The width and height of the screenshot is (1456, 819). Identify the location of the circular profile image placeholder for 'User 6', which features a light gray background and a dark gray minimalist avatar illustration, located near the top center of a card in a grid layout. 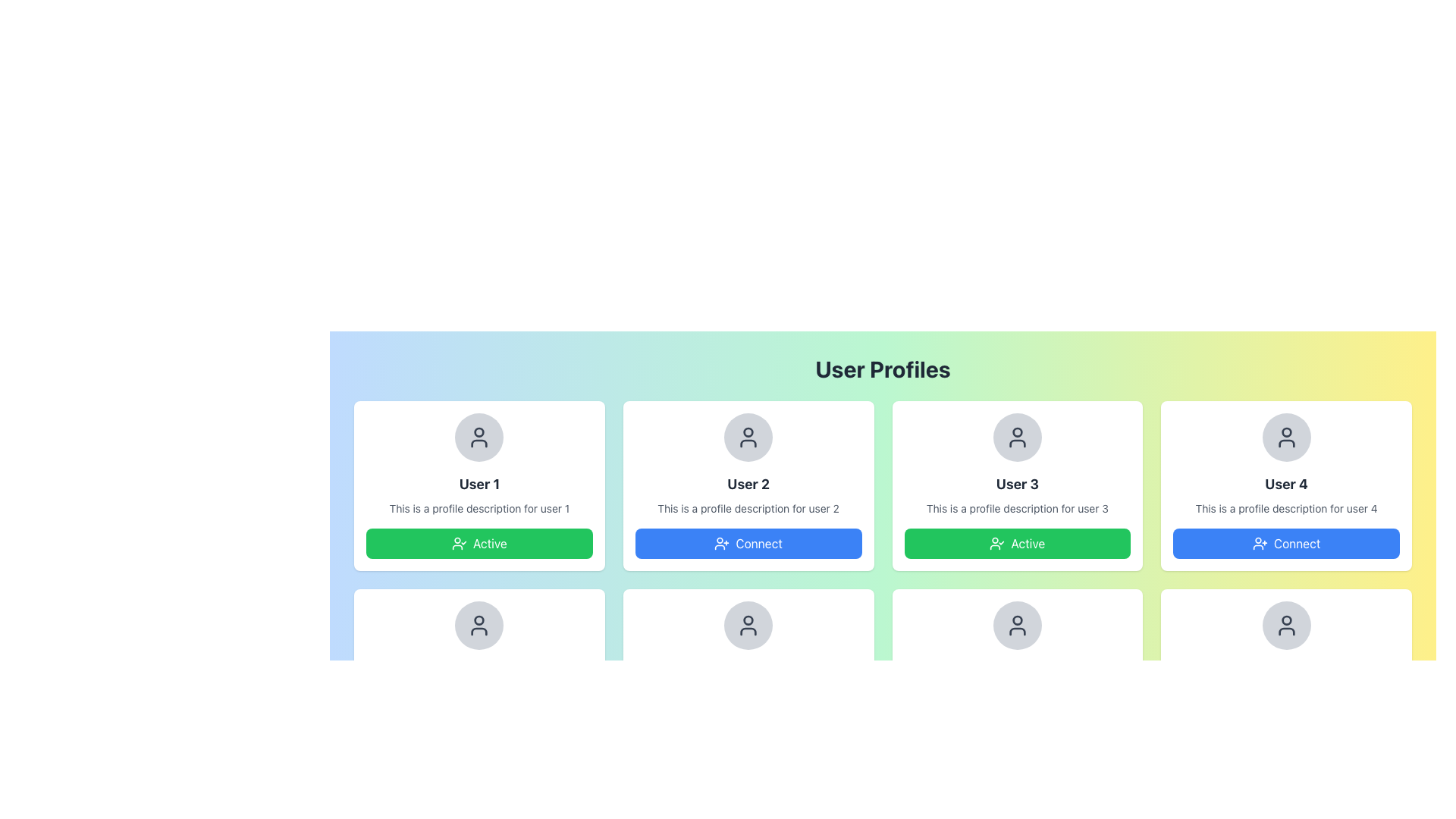
(748, 626).